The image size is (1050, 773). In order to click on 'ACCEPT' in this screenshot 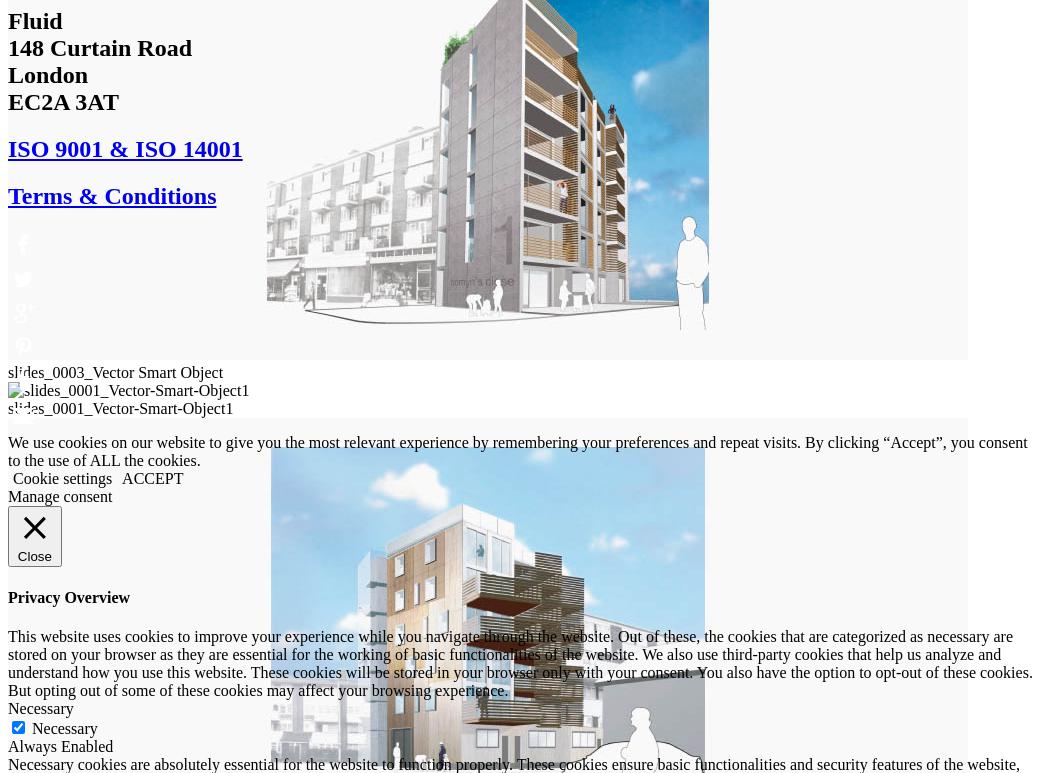, I will do `click(152, 476)`.